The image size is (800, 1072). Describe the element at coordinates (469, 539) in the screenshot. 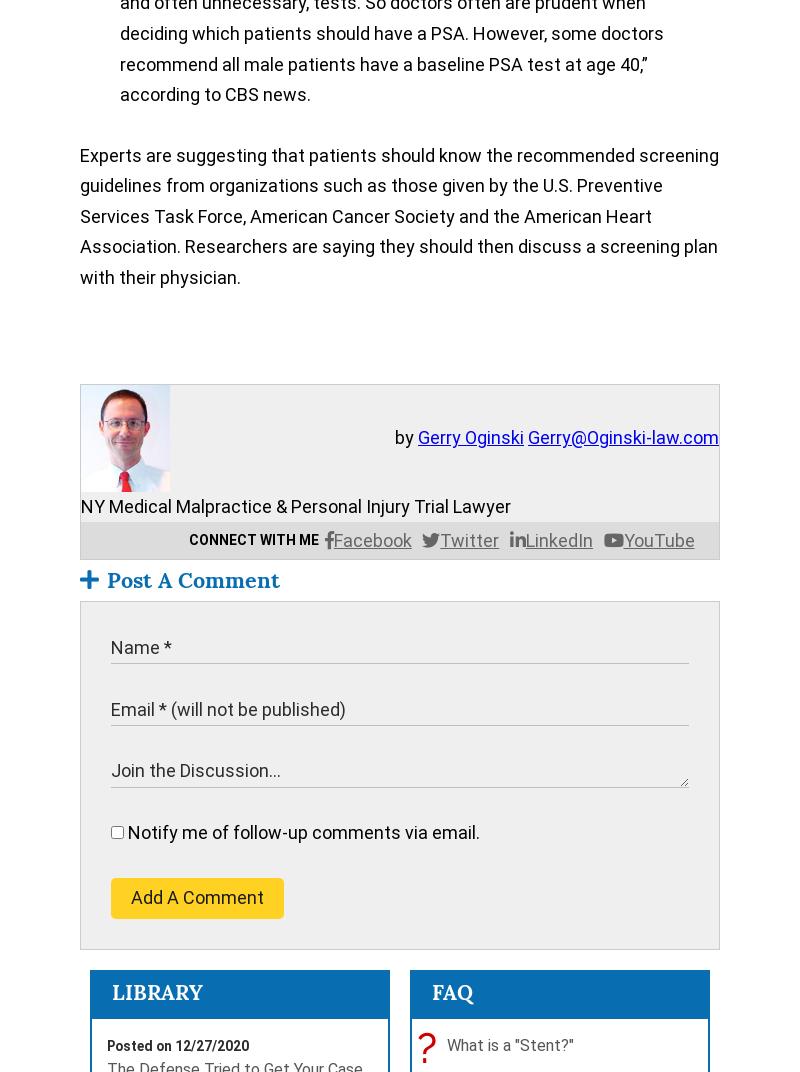

I see `'Twitter'` at that location.